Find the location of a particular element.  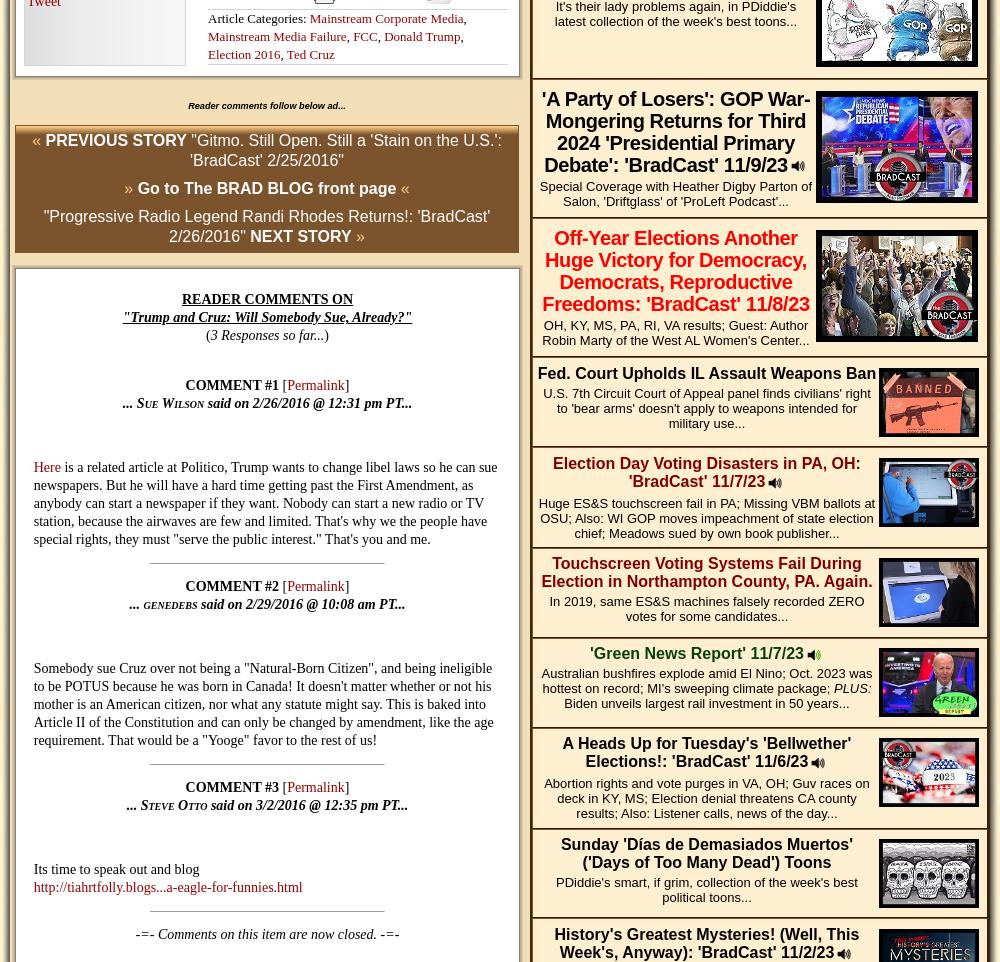

'Huge ES&S touchscreen fail in PA; Missing VBM ballots at OSU; Also: WI GOP moves impeachment of state election chief; Meadows sued by own book publisher...' is located at coordinates (705, 516).